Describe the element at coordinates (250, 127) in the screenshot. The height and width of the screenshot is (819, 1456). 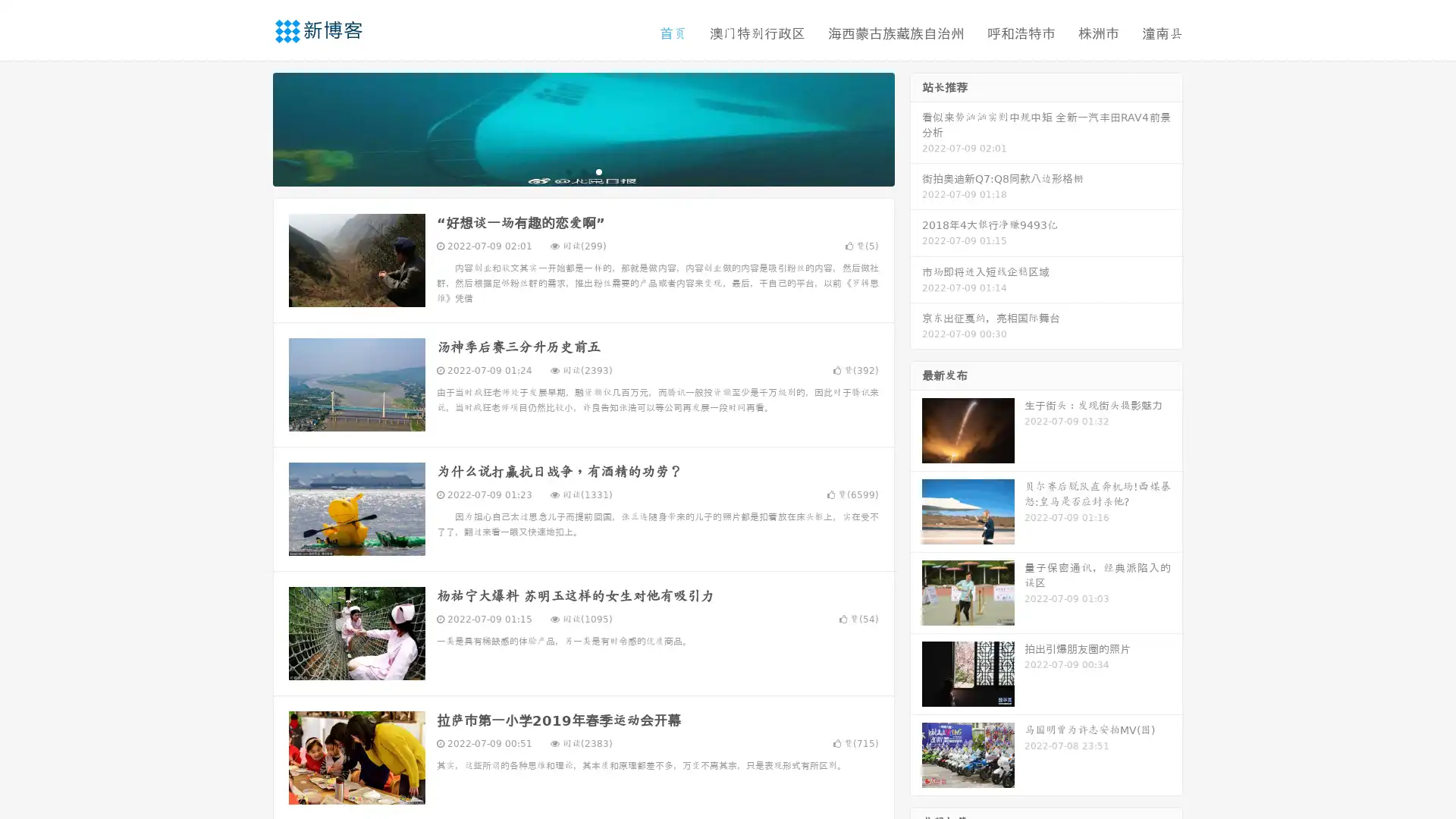
I see `Previous slide` at that location.